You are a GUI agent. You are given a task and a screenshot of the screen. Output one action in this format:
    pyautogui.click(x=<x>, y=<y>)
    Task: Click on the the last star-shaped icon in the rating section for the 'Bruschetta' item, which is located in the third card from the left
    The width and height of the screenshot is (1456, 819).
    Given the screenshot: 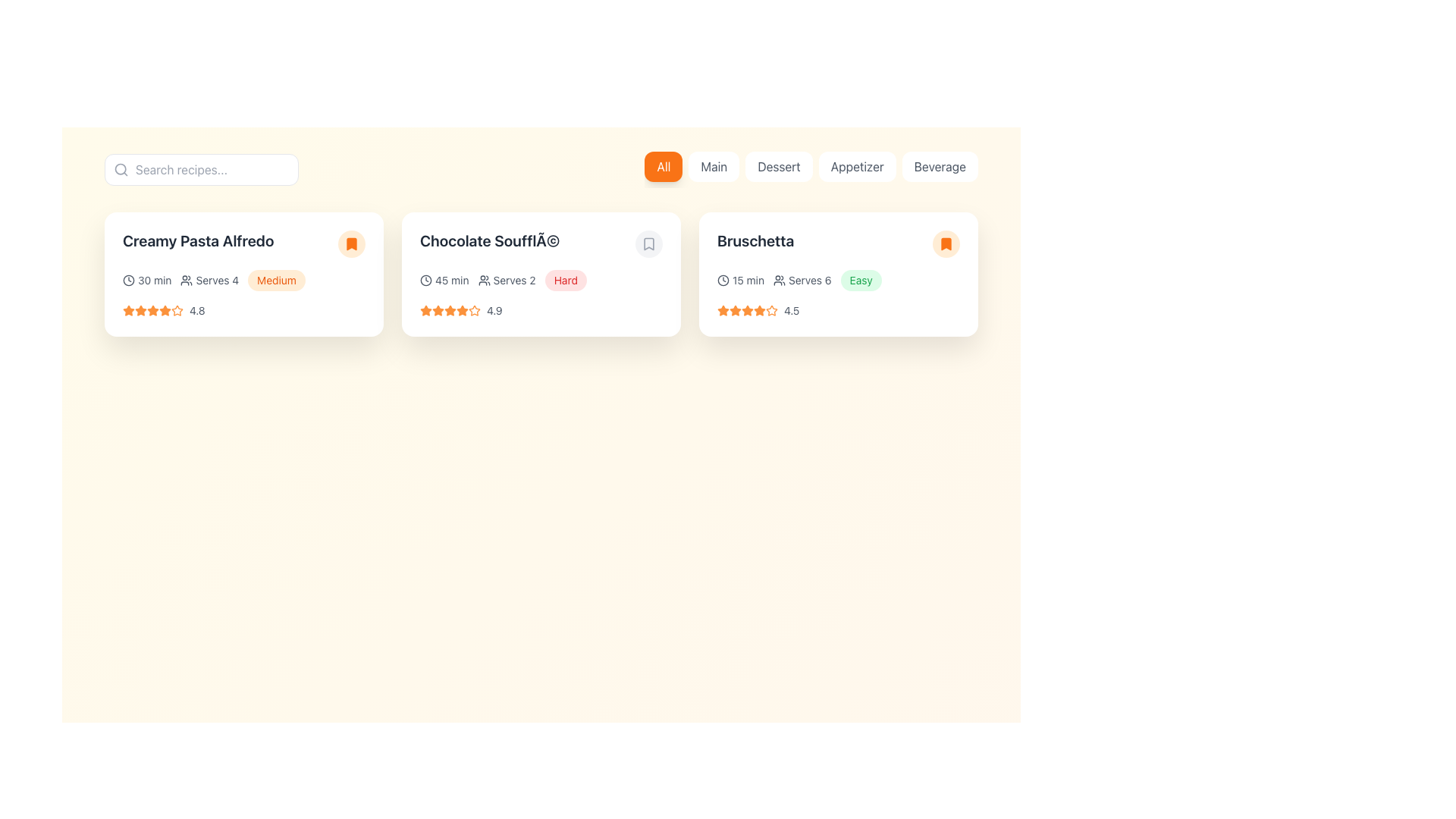 What is the action you would take?
    pyautogui.click(x=771, y=309)
    